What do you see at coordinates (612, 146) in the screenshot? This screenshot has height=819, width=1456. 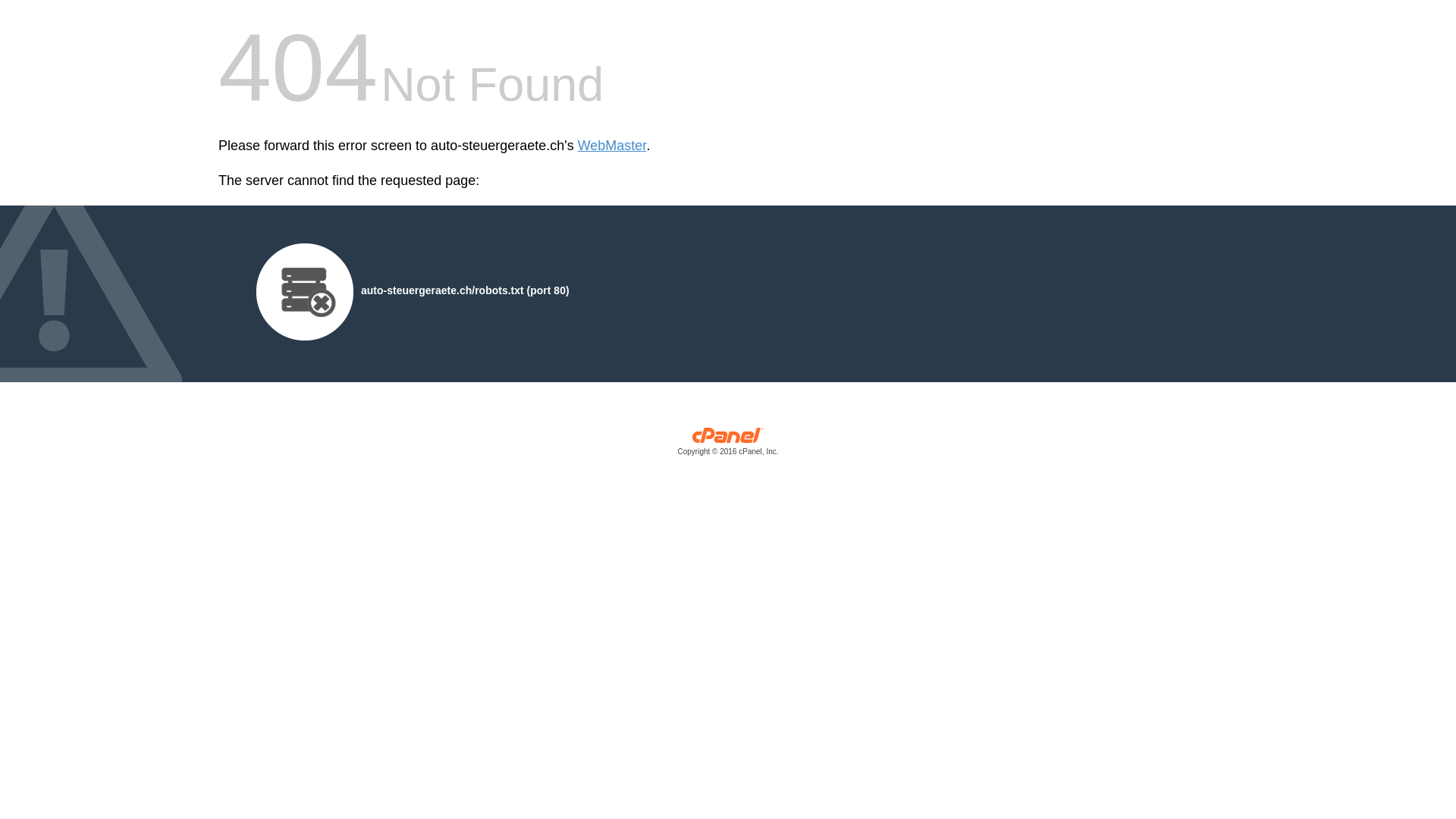 I see `'WebMaster'` at bounding box center [612, 146].